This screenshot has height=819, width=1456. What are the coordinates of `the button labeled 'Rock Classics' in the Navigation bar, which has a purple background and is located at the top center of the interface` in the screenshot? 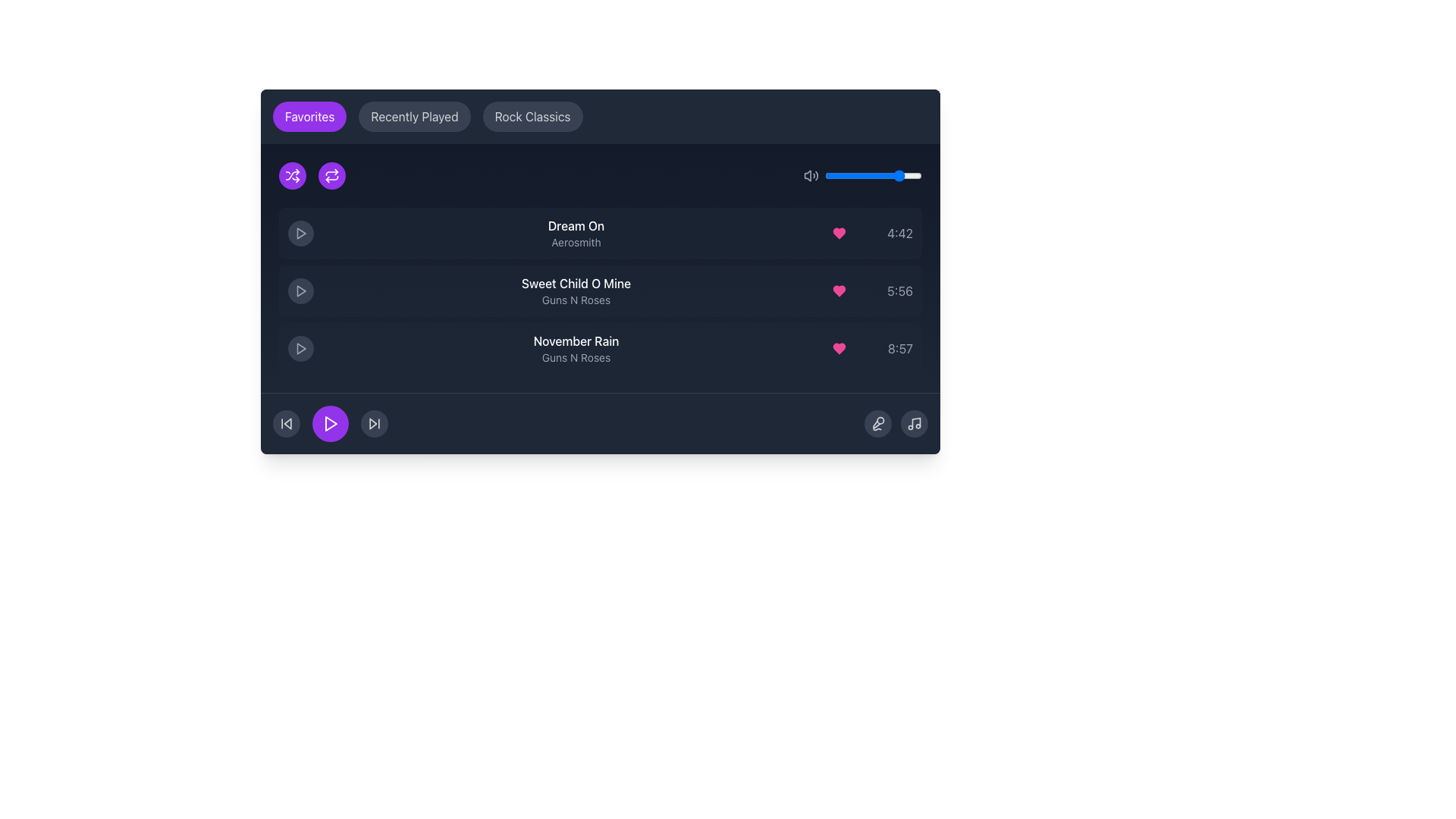 It's located at (600, 116).